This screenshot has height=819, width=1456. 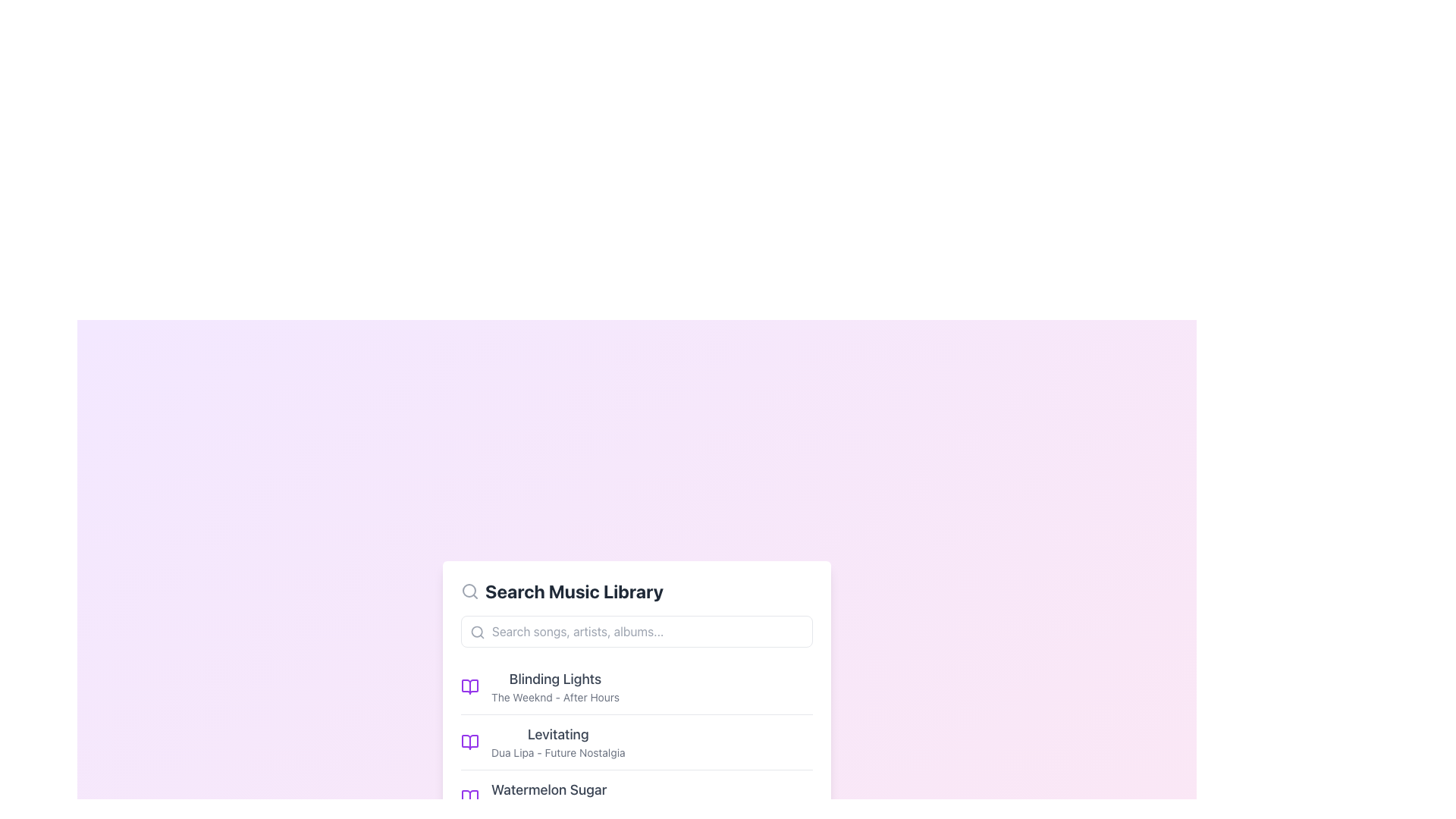 I want to click on the Text Label element that contains the text 'Dua Lipa - Future Nostalgia', which is located below the bold text 'Levitating' in the 'Search Music Library' section, so click(x=557, y=752).